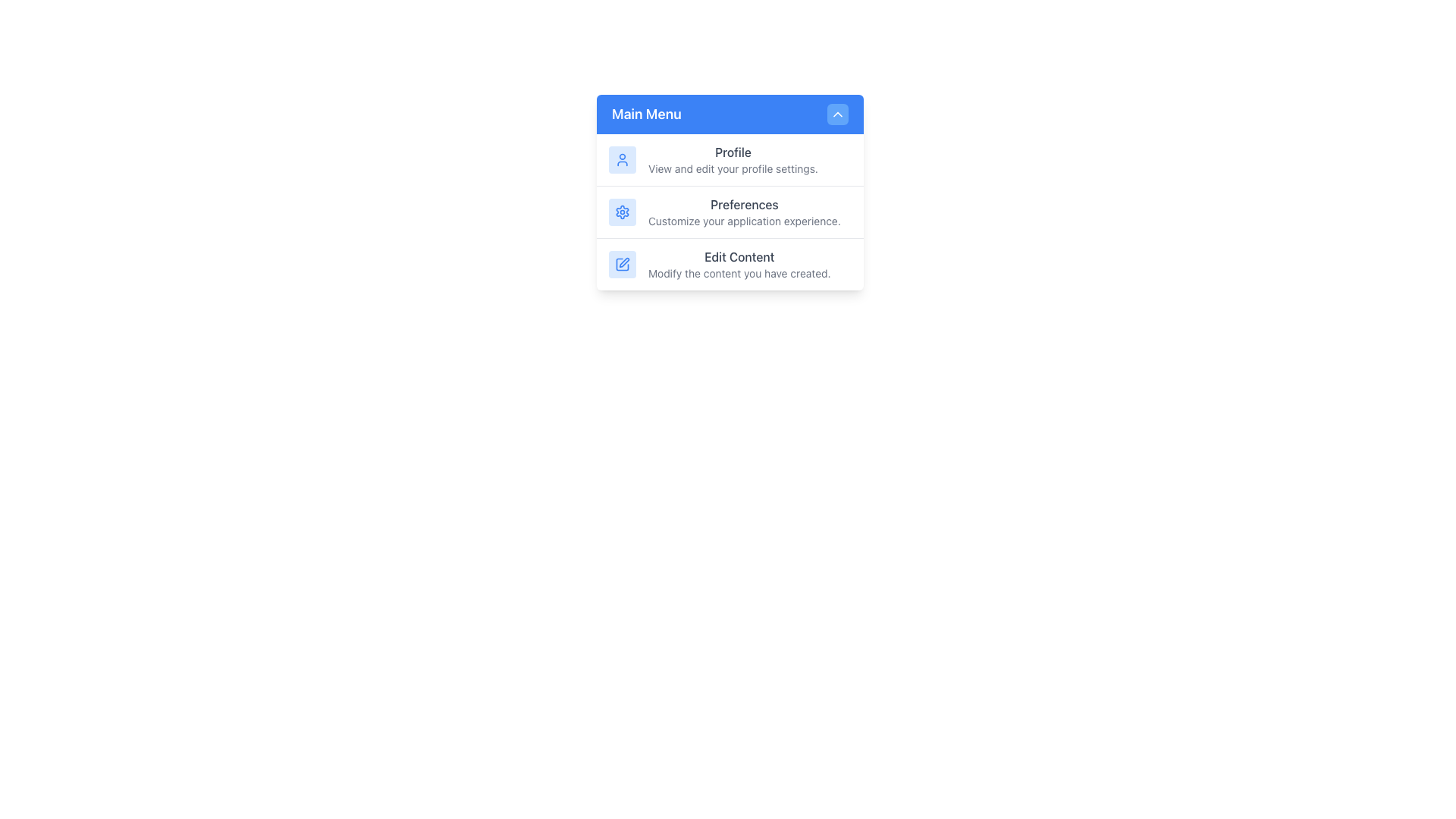 This screenshot has width=1456, height=819. What do you see at coordinates (730, 263) in the screenshot?
I see `the third menu item for modifying created content, located at the bottom of the vertical list of menu items` at bounding box center [730, 263].